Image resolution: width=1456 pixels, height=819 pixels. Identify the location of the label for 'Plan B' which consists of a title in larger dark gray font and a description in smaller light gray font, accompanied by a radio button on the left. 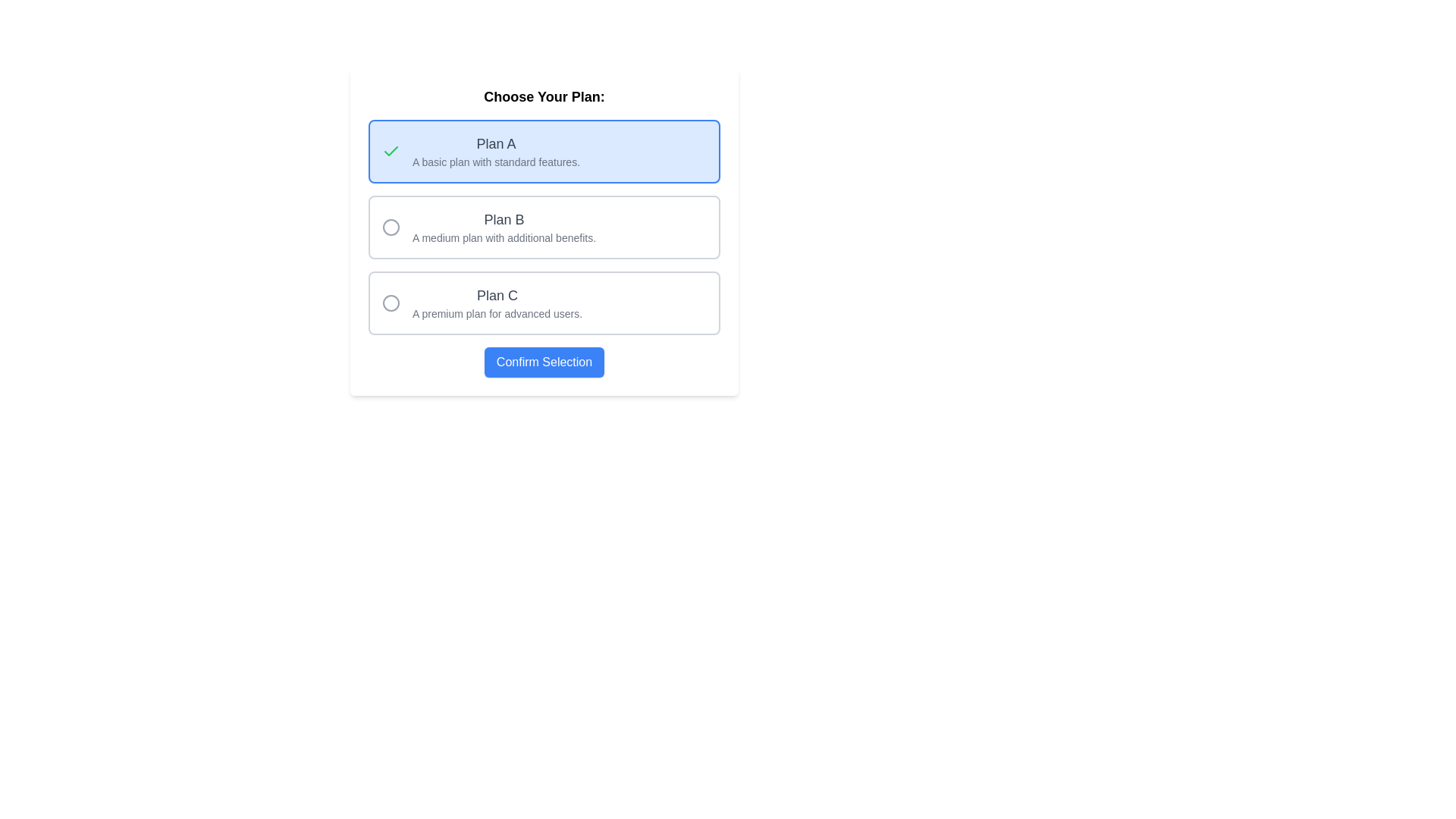
(488, 227).